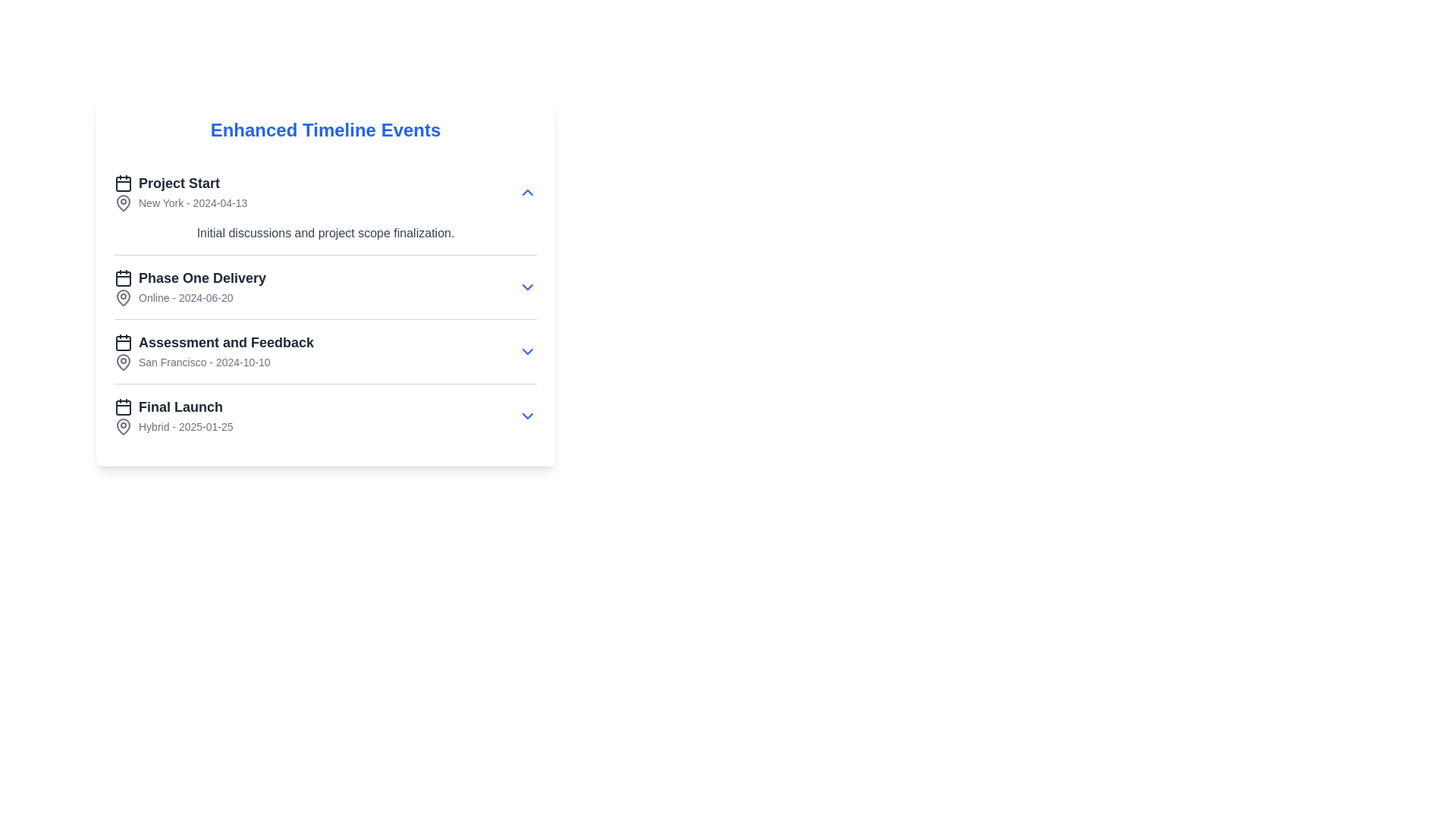  What do you see at coordinates (174, 416) in the screenshot?
I see `the 'Final Launch' informational block located below the 'Assessment and Feedback' section` at bounding box center [174, 416].